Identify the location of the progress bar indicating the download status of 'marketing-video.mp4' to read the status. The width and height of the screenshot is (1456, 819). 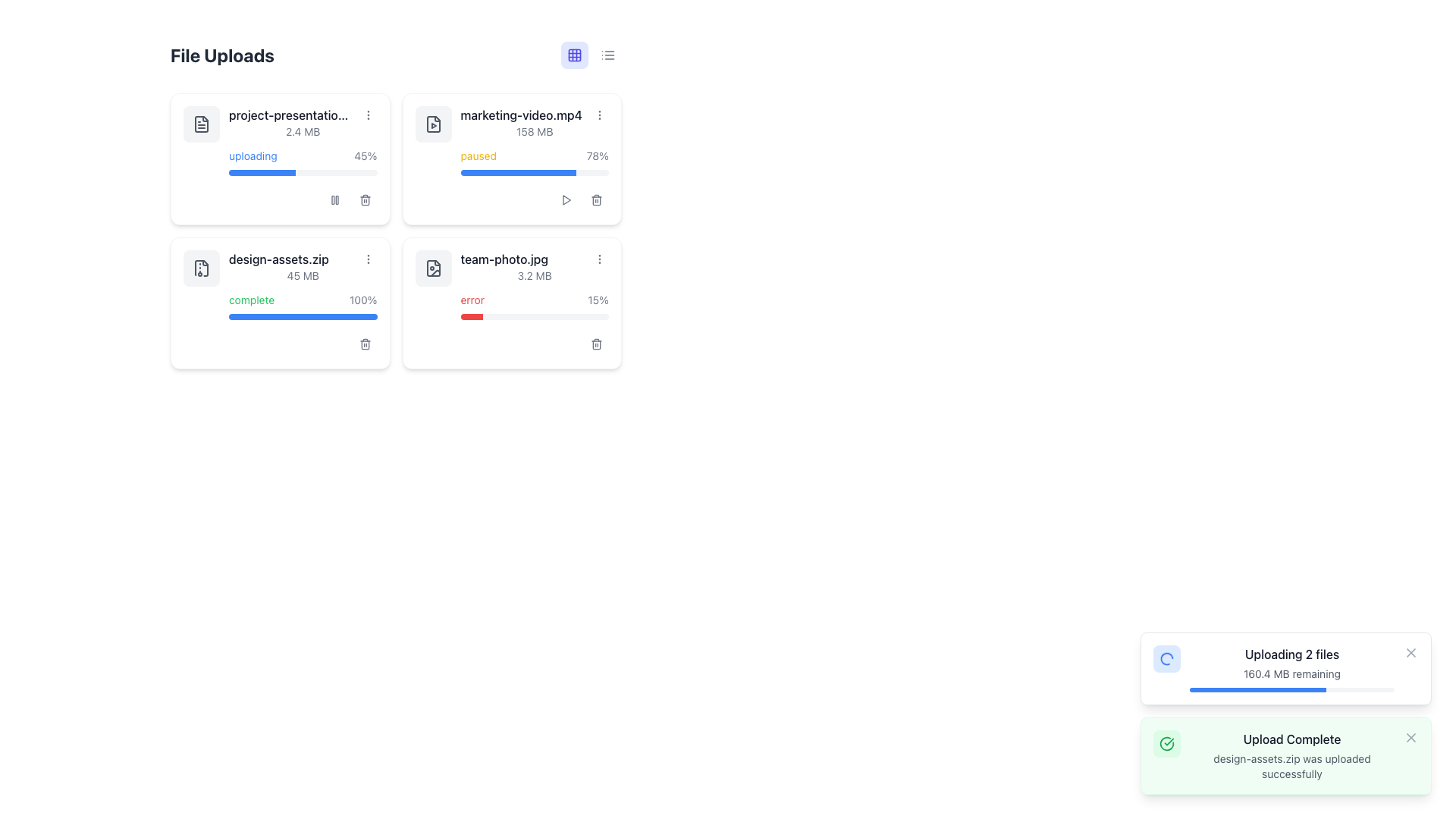
(535, 162).